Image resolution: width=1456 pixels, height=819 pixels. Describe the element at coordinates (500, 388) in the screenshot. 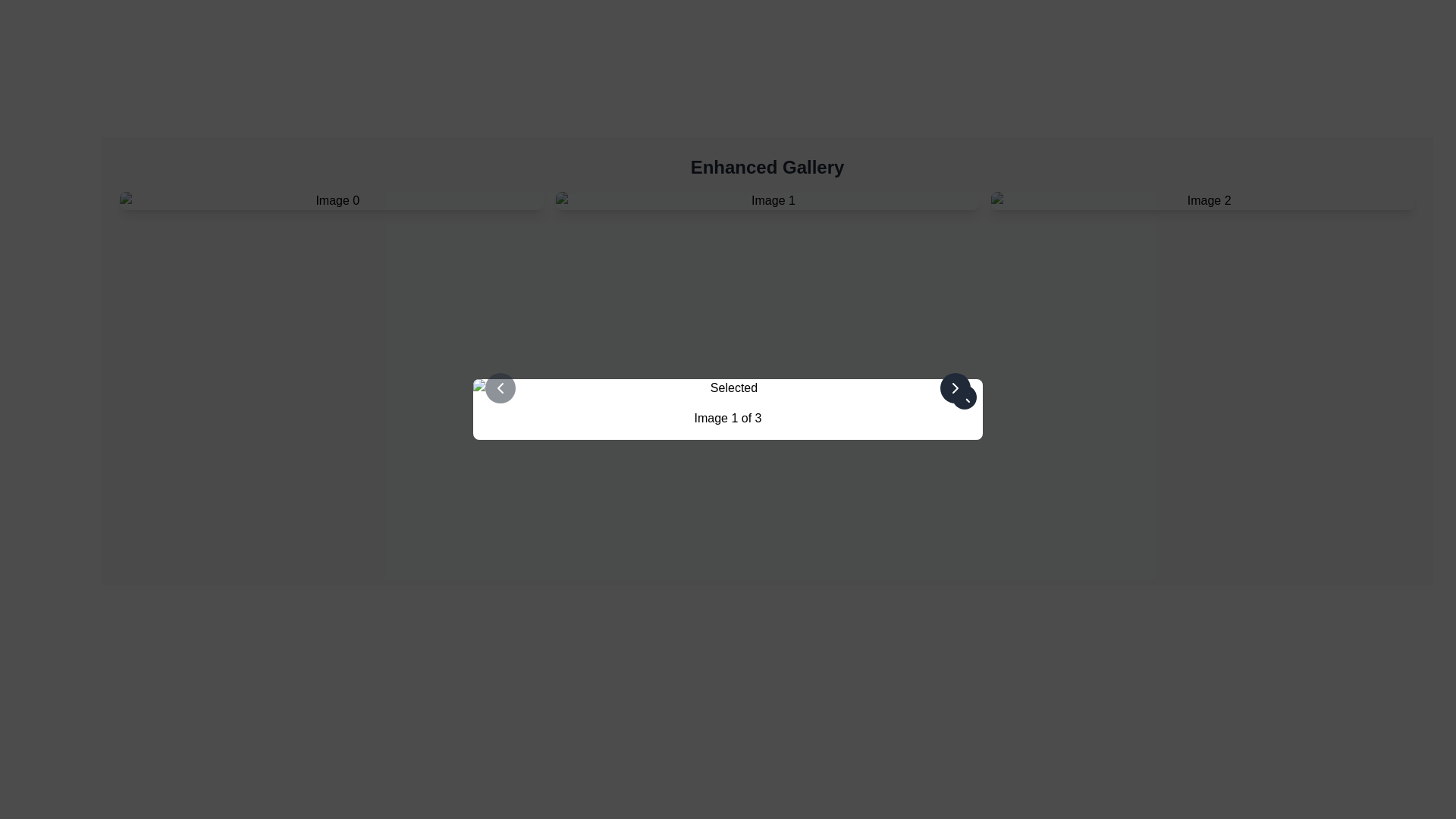

I see `the left-pointing chevron icon located at the center of the circular button in the bottom-left corner of the modal interface` at that location.